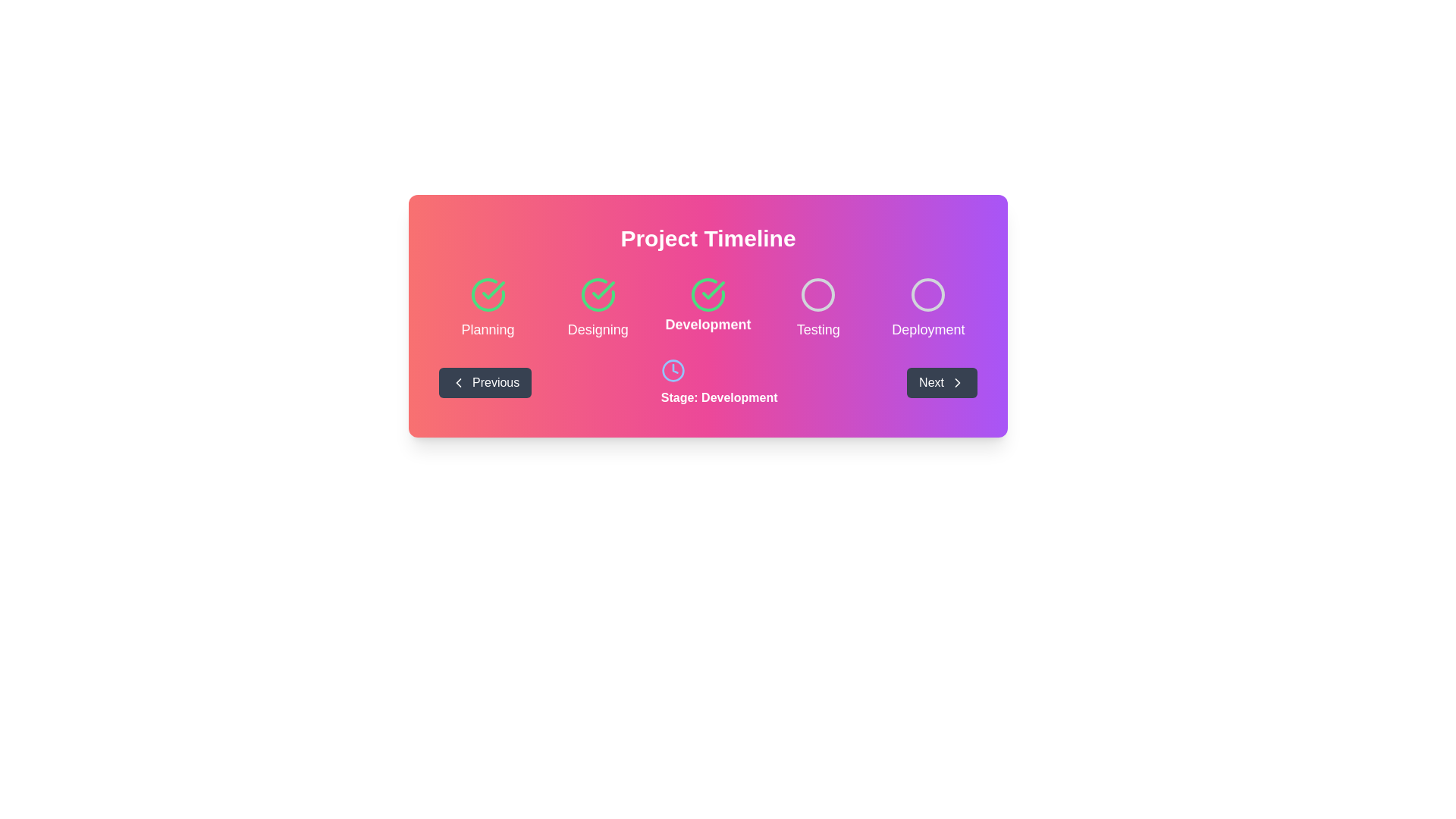 The image size is (1456, 819). Describe the element at coordinates (485, 382) in the screenshot. I see `the 'Previous' button with a dark gray background and white text` at that location.